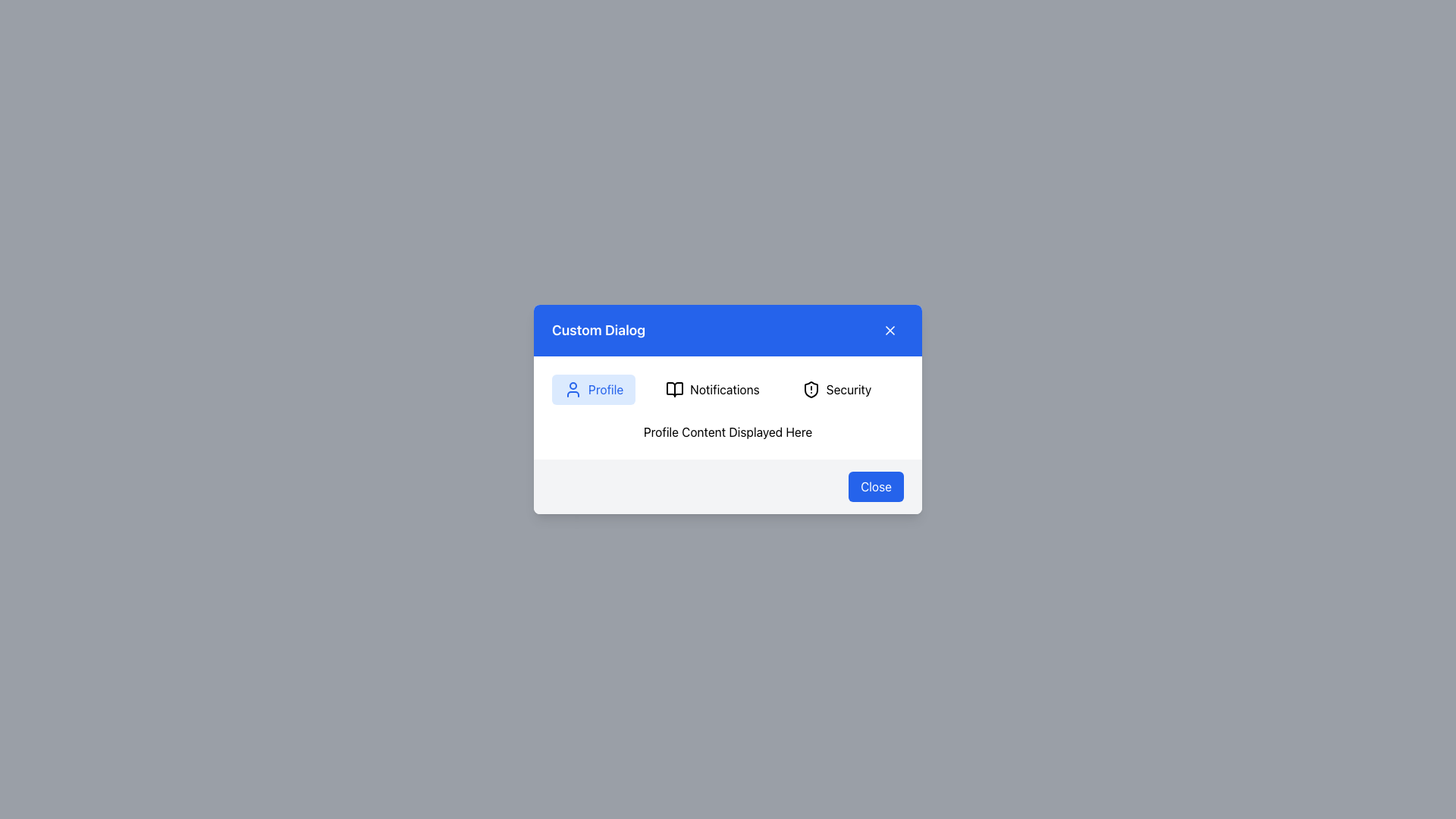 The image size is (1456, 819). Describe the element at coordinates (728, 432) in the screenshot. I see `the static text label displaying information for the 'Profile' tab, located in the middle section of the dialog box, below the tabs and above the 'Close' button` at that location.